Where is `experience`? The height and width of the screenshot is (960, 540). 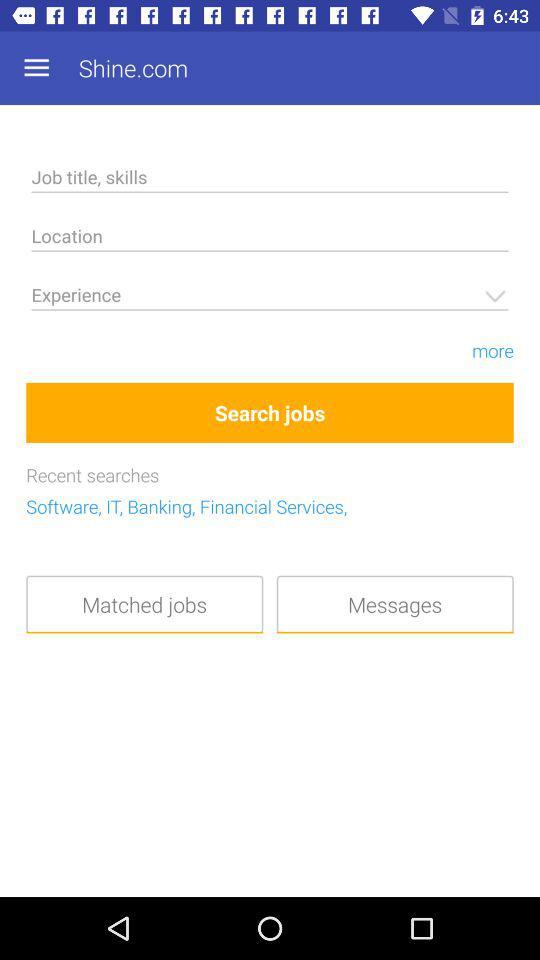
experience is located at coordinates (270, 297).